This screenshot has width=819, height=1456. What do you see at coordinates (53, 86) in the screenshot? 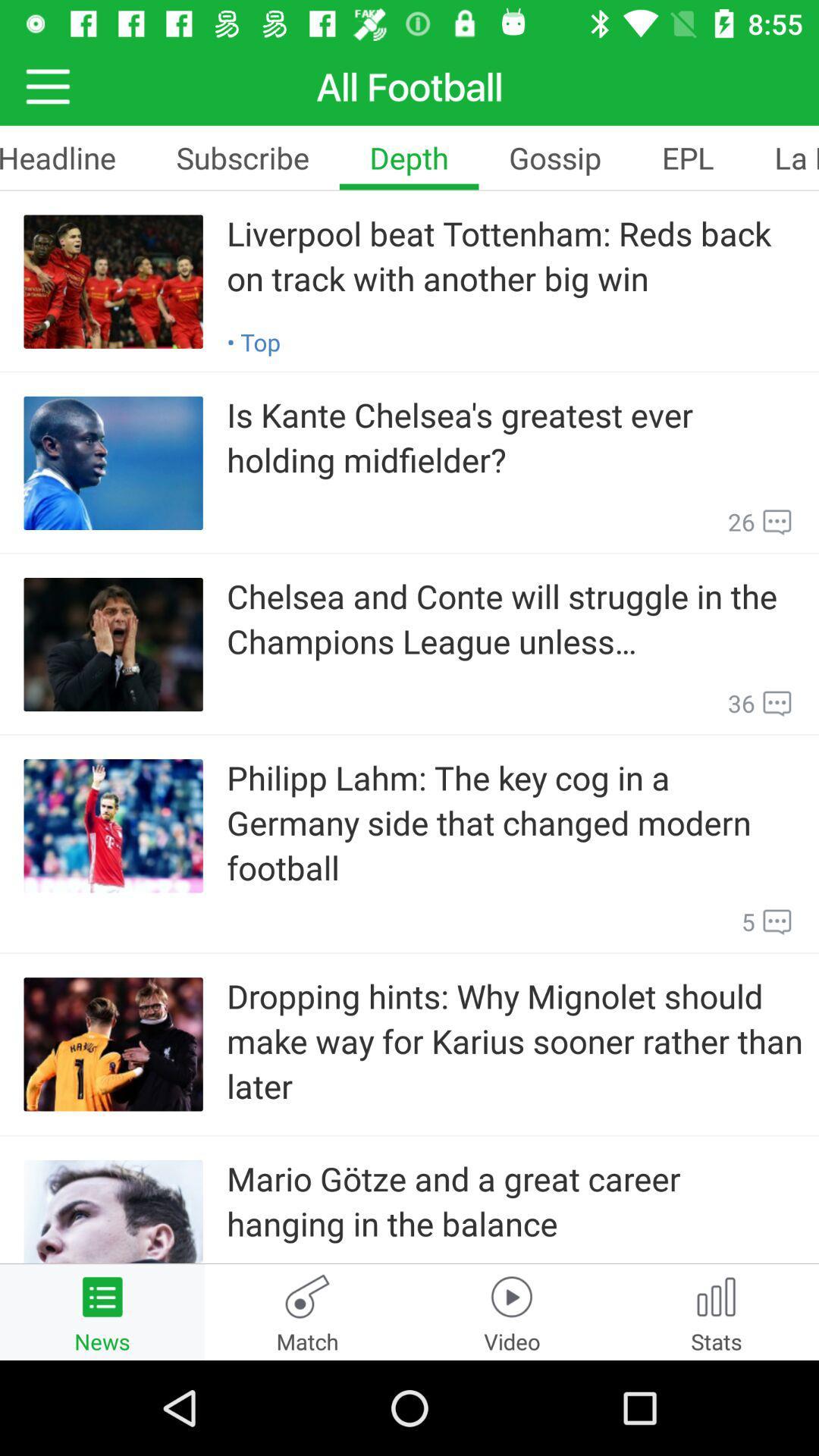
I see `the menu icon` at bounding box center [53, 86].